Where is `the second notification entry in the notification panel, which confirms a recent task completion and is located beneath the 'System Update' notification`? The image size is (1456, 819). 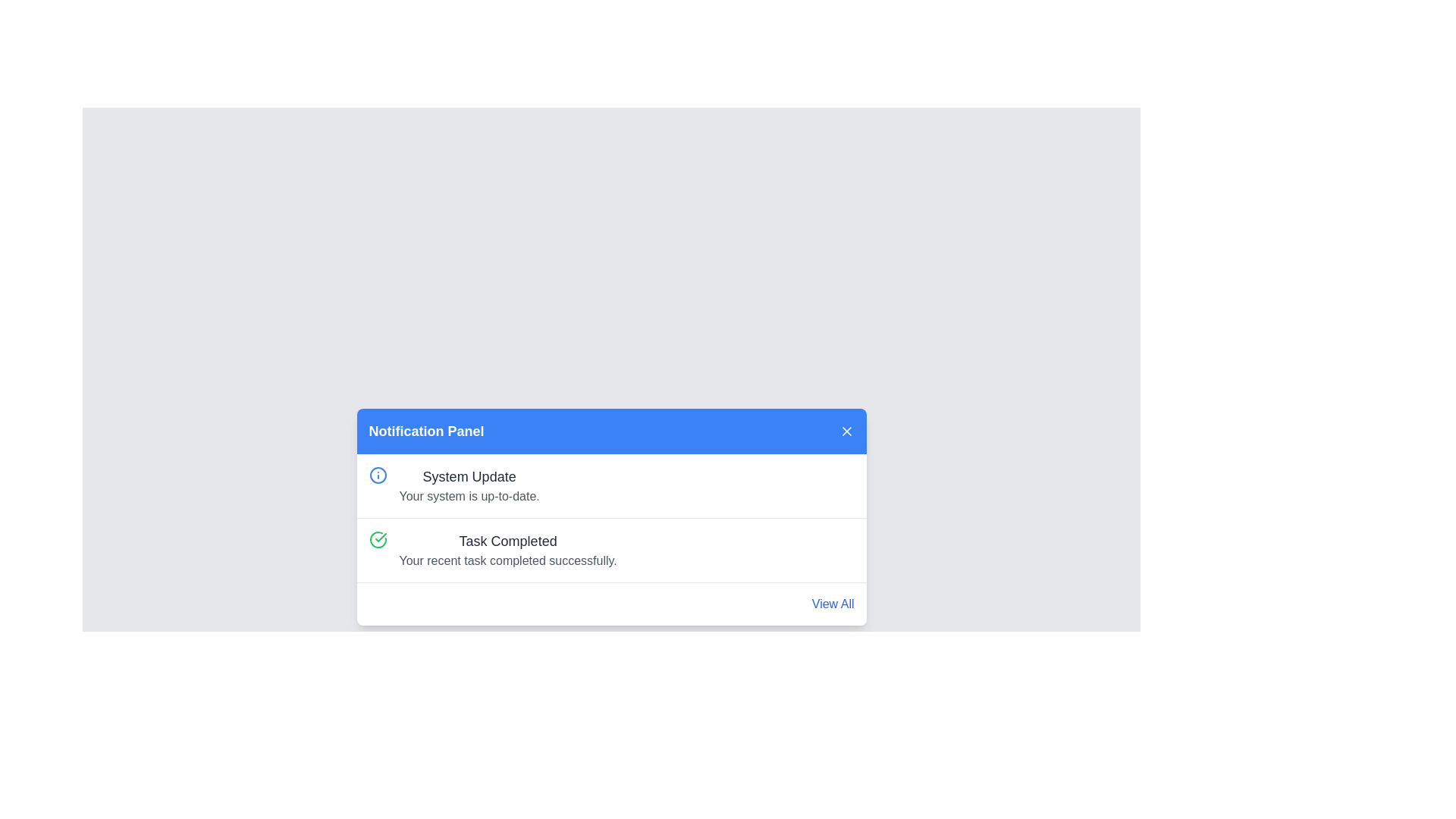
the second notification entry in the notification panel, which confirms a recent task completion and is located beneath the 'System Update' notification is located at coordinates (508, 550).